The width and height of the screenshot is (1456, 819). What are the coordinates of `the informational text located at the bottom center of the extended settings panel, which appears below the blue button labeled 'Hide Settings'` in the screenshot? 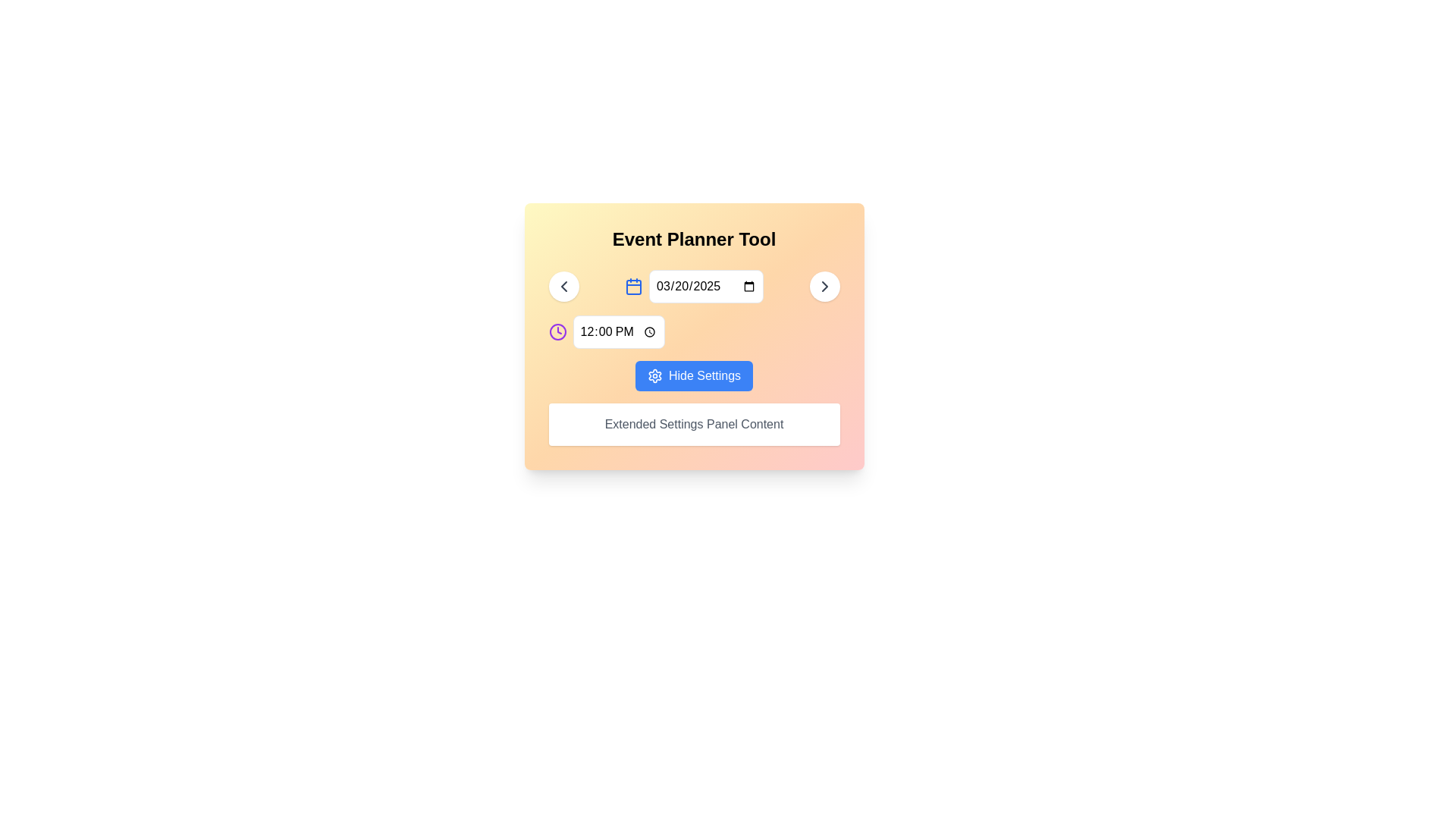 It's located at (693, 424).